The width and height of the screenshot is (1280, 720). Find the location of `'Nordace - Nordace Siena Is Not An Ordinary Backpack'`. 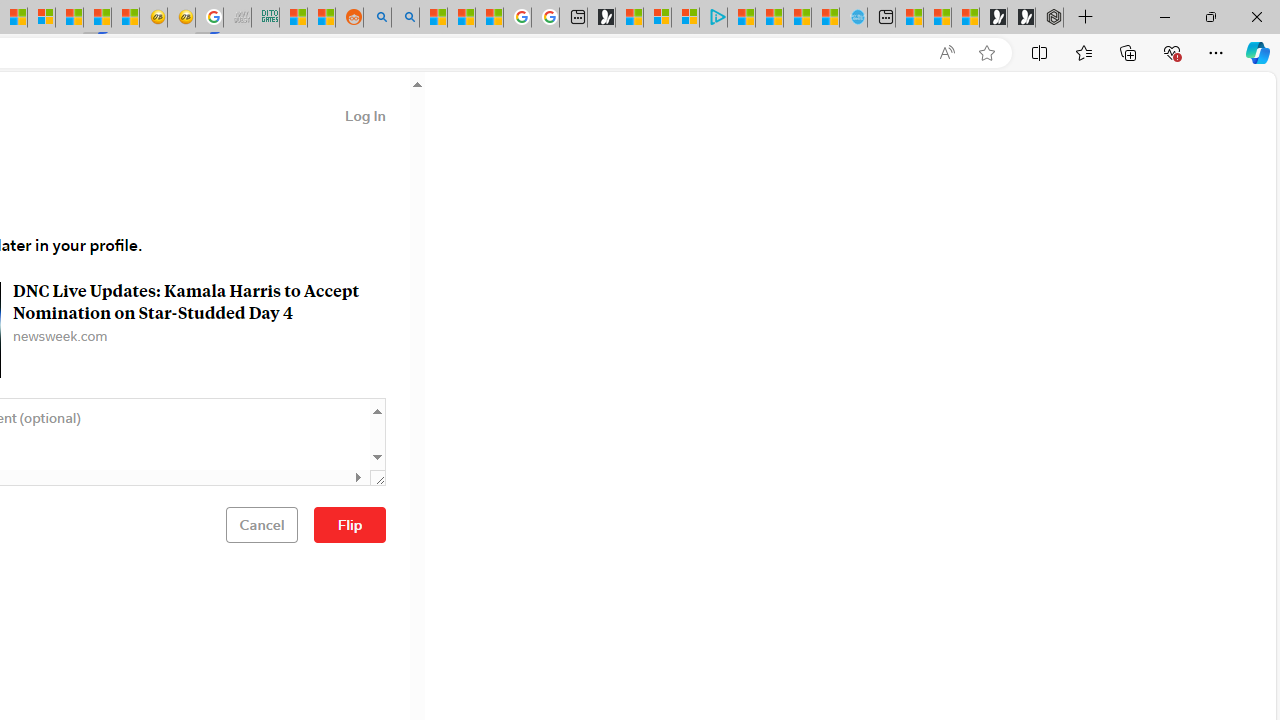

'Nordace - Nordace Siena Is Not An Ordinary Backpack' is located at coordinates (1048, 17).